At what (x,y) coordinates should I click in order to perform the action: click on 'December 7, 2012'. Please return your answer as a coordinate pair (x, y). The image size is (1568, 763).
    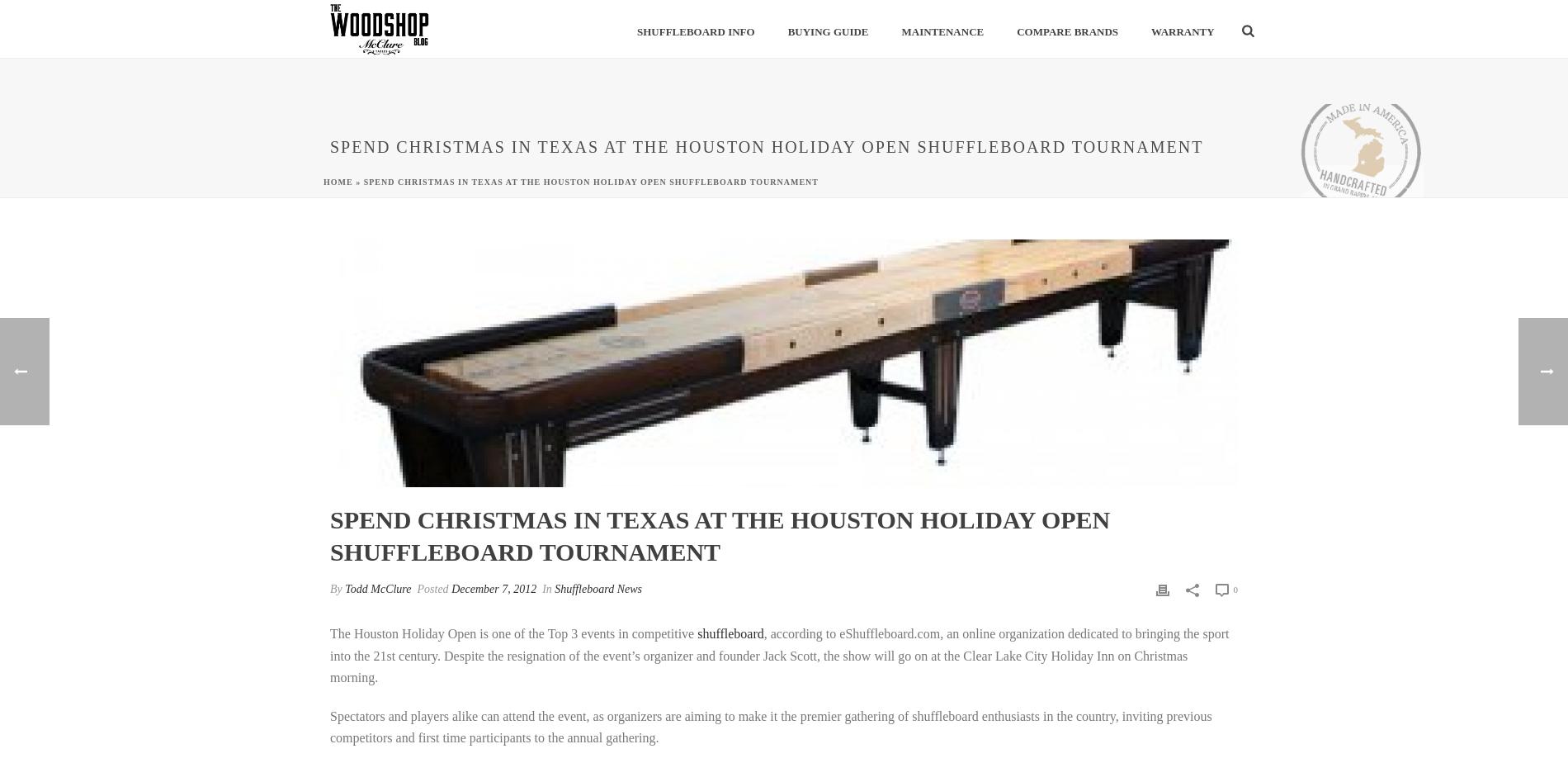
    Looking at the image, I should click on (494, 589).